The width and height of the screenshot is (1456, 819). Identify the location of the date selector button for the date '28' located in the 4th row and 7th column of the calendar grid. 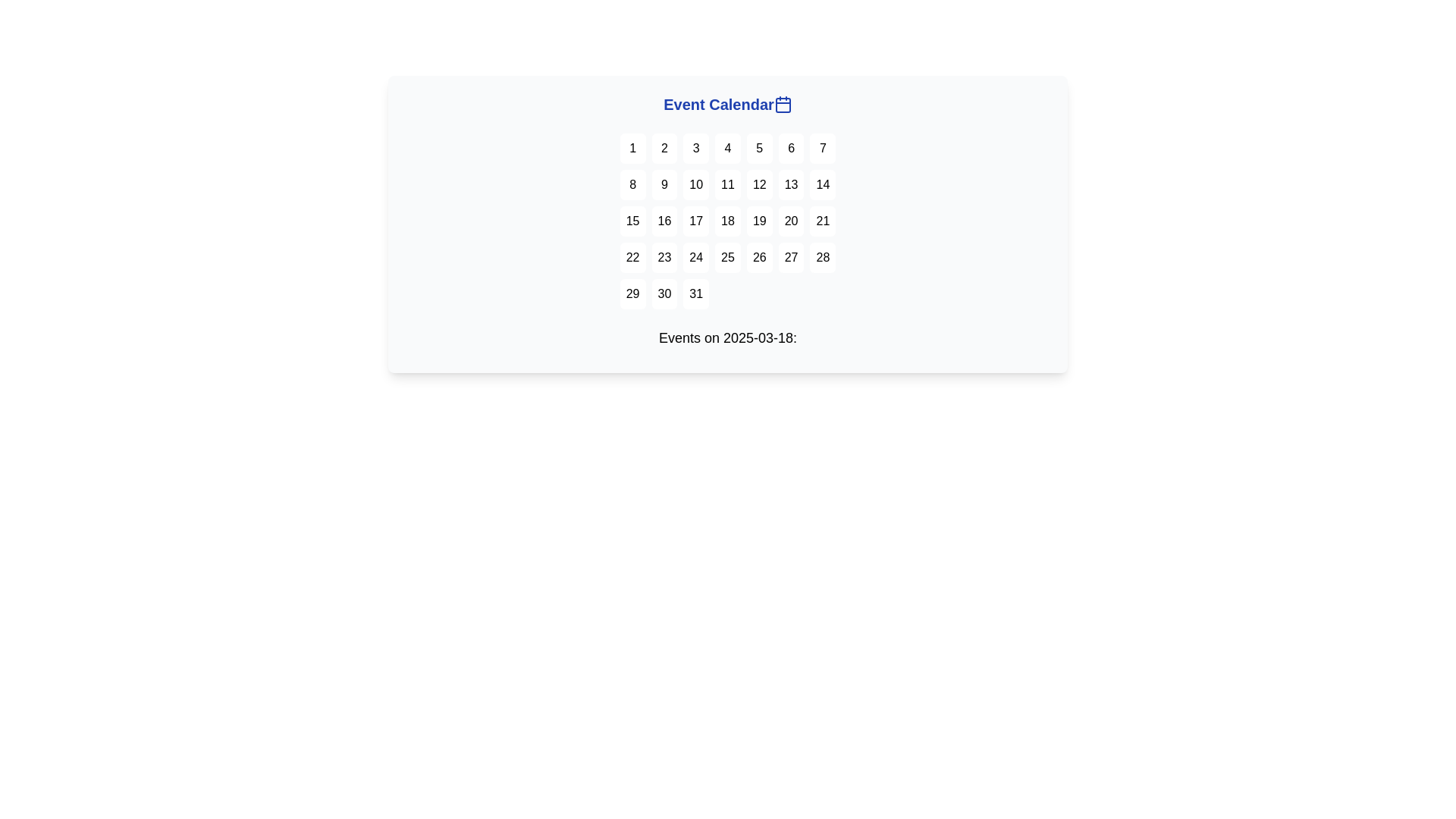
(822, 256).